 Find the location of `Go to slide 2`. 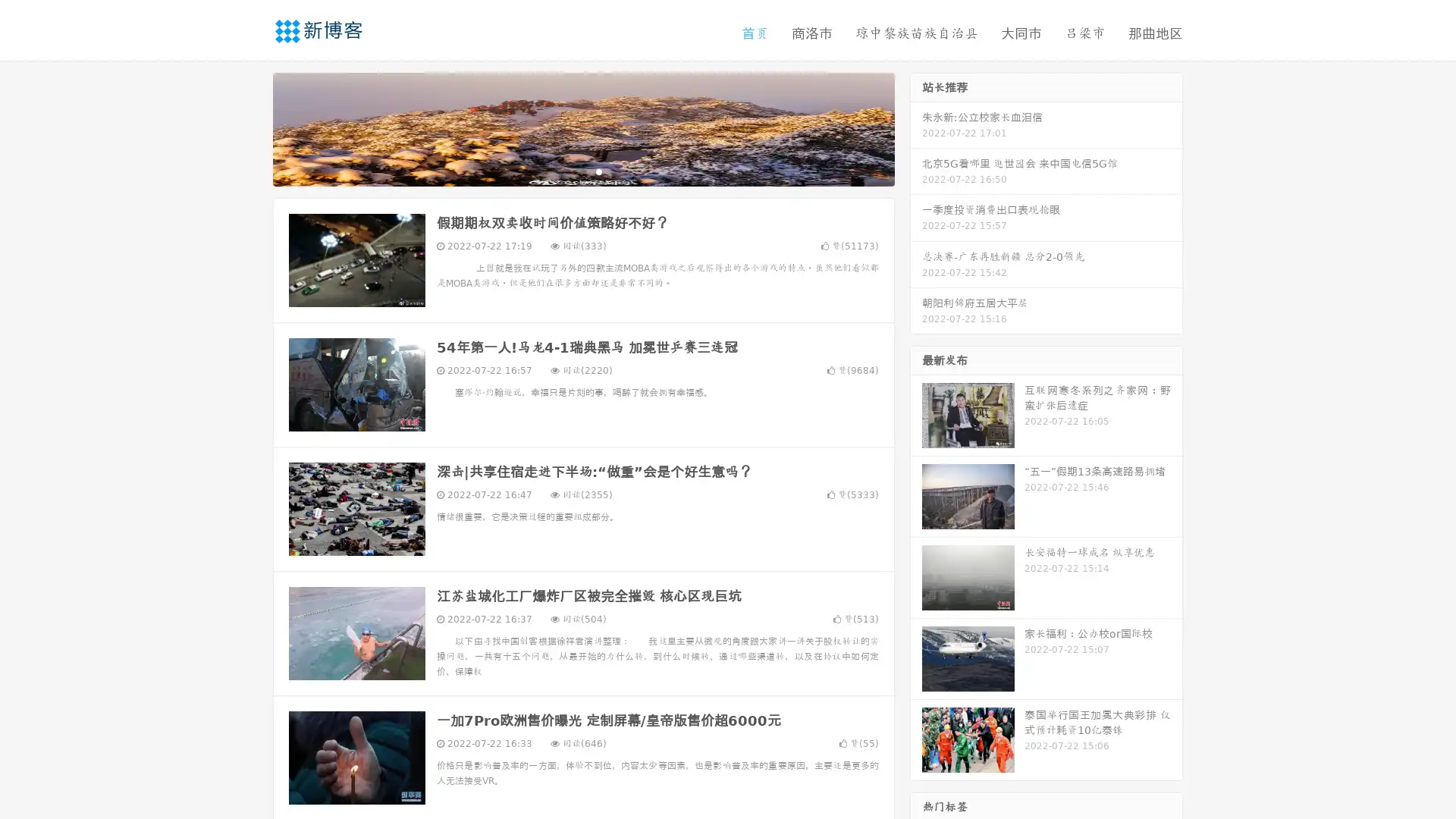

Go to slide 2 is located at coordinates (582, 171).